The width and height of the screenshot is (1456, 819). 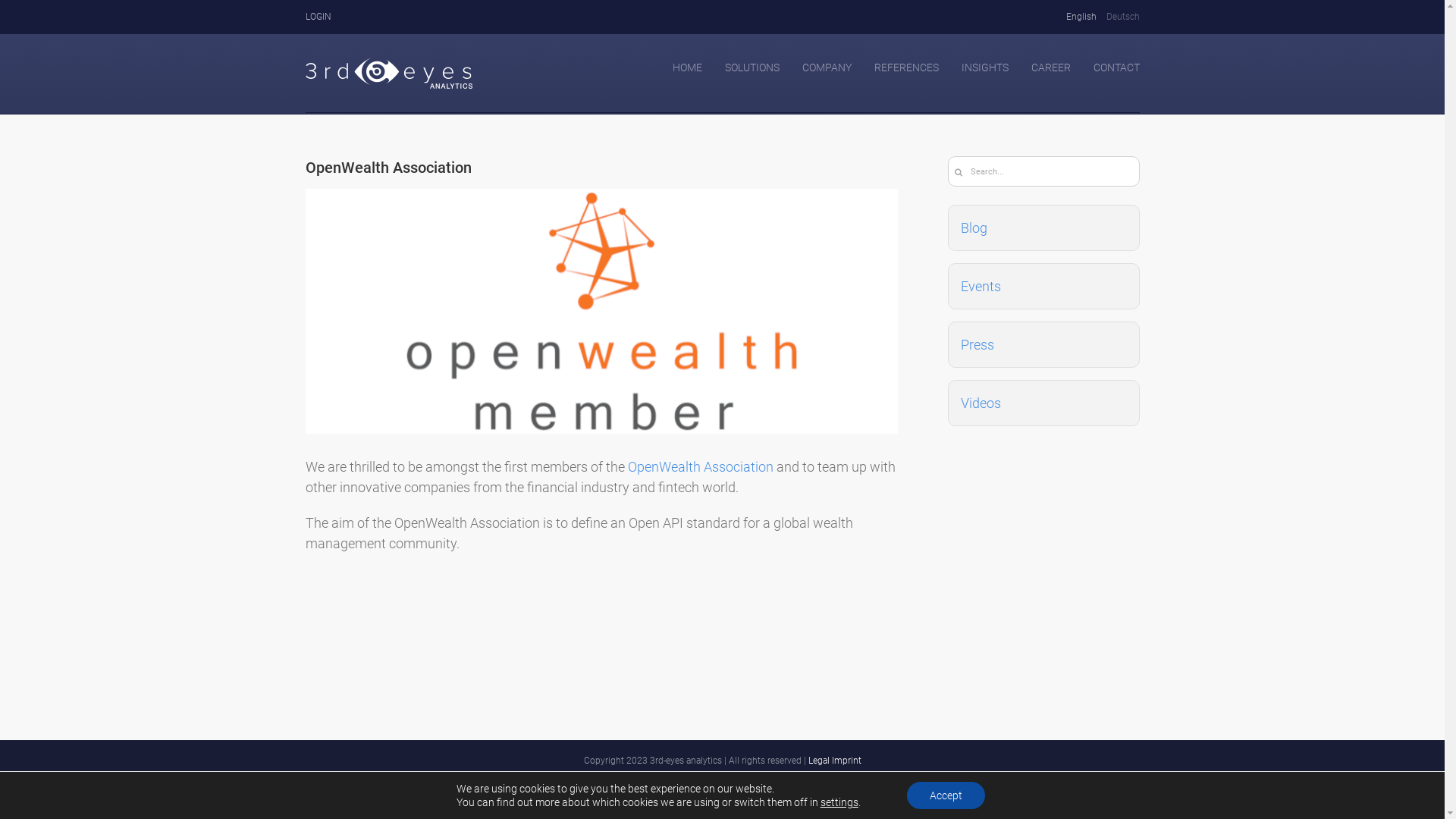 I want to click on 'OpenWealth Association', so click(x=700, y=466).